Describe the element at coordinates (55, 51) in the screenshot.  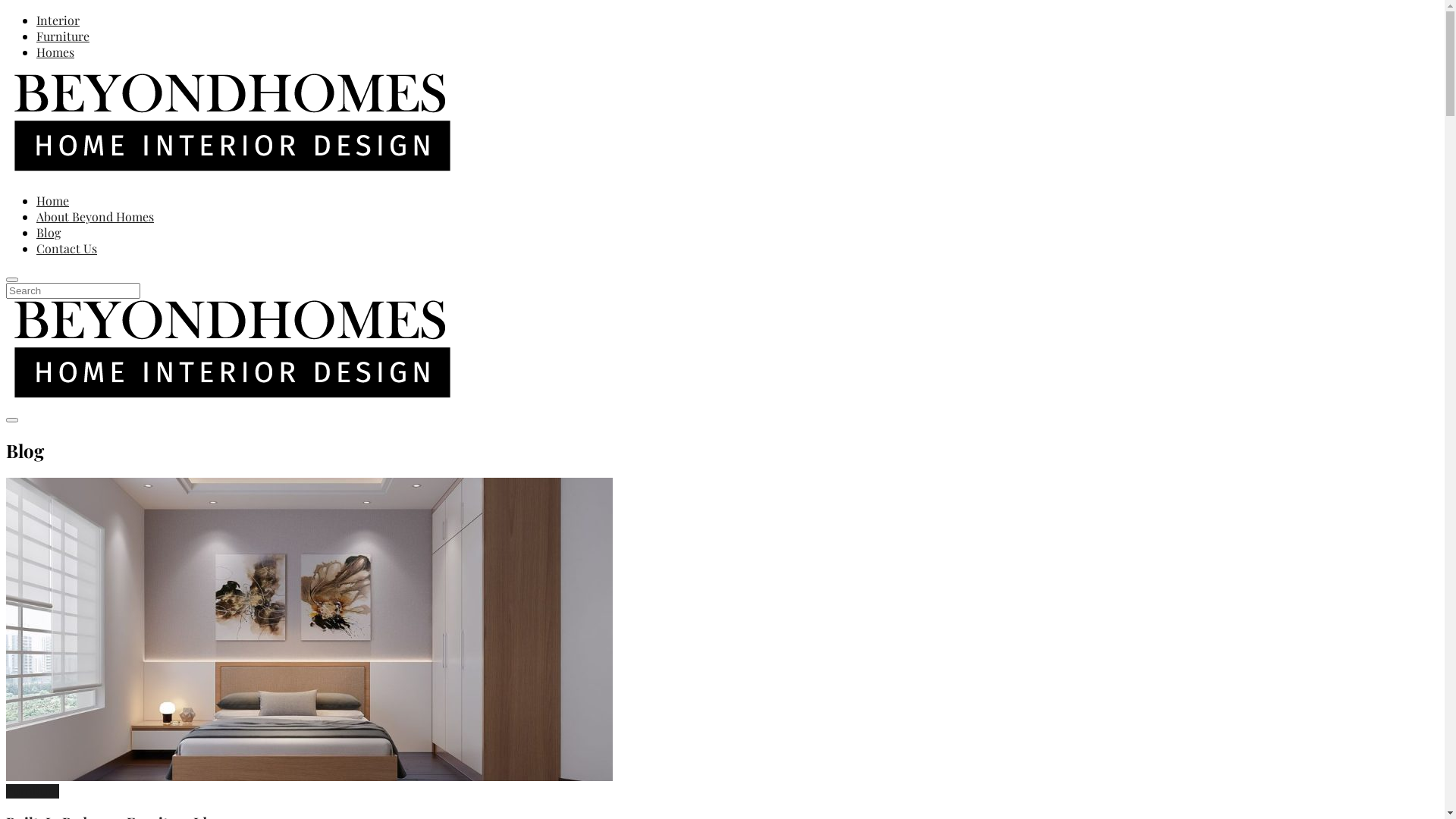
I see `'Homes'` at that location.